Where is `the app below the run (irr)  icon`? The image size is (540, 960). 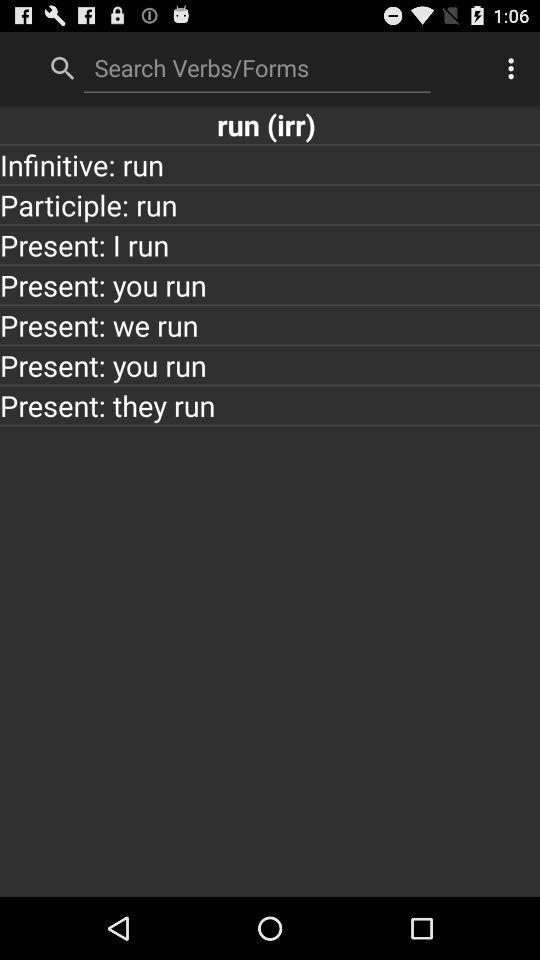
the app below the run (irr)  icon is located at coordinates (270, 163).